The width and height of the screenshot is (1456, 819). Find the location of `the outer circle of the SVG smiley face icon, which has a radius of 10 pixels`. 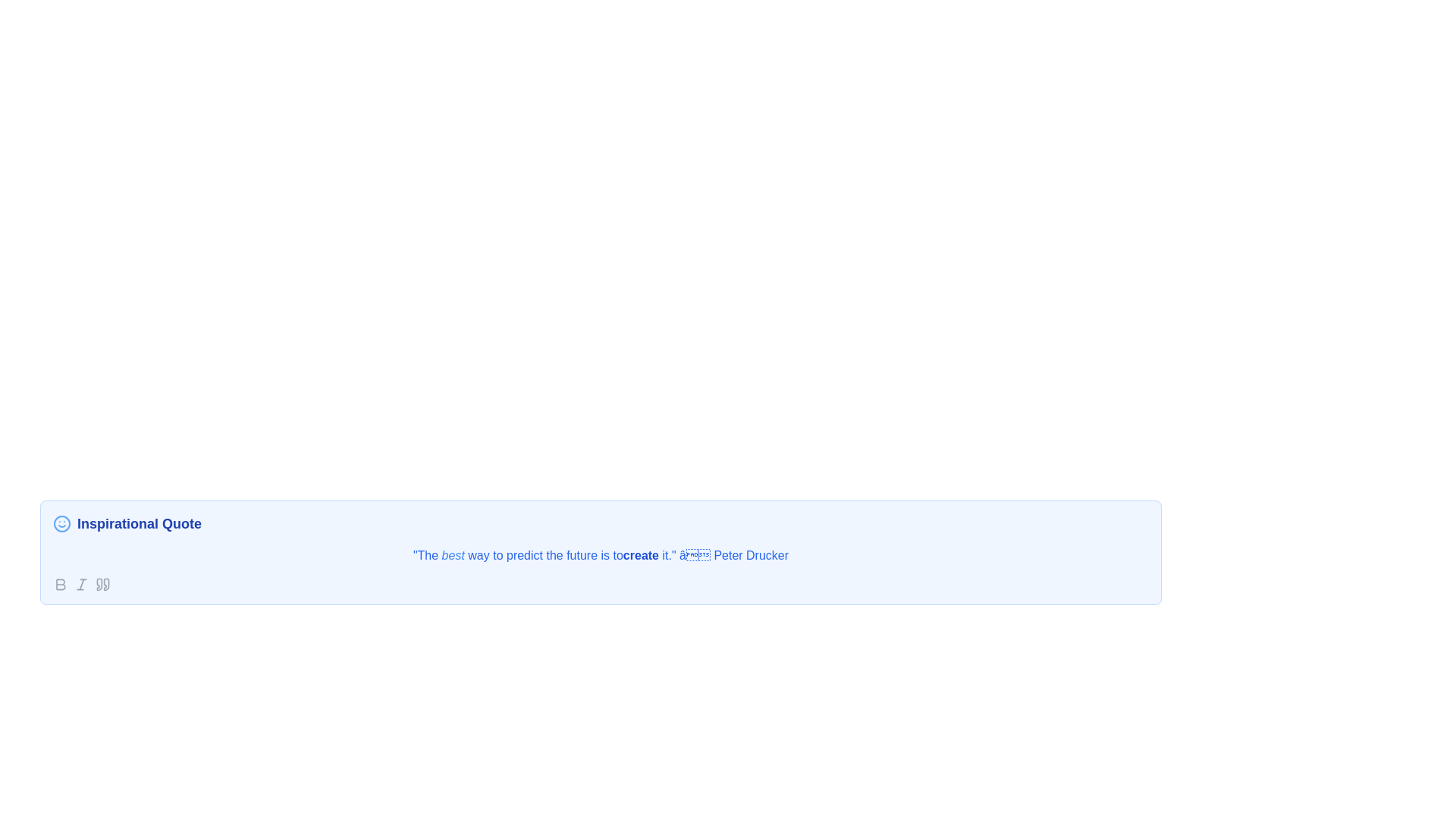

the outer circle of the SVG smiley face icon, which has a radius of 10 pixels is located at coordinates (61, 522).